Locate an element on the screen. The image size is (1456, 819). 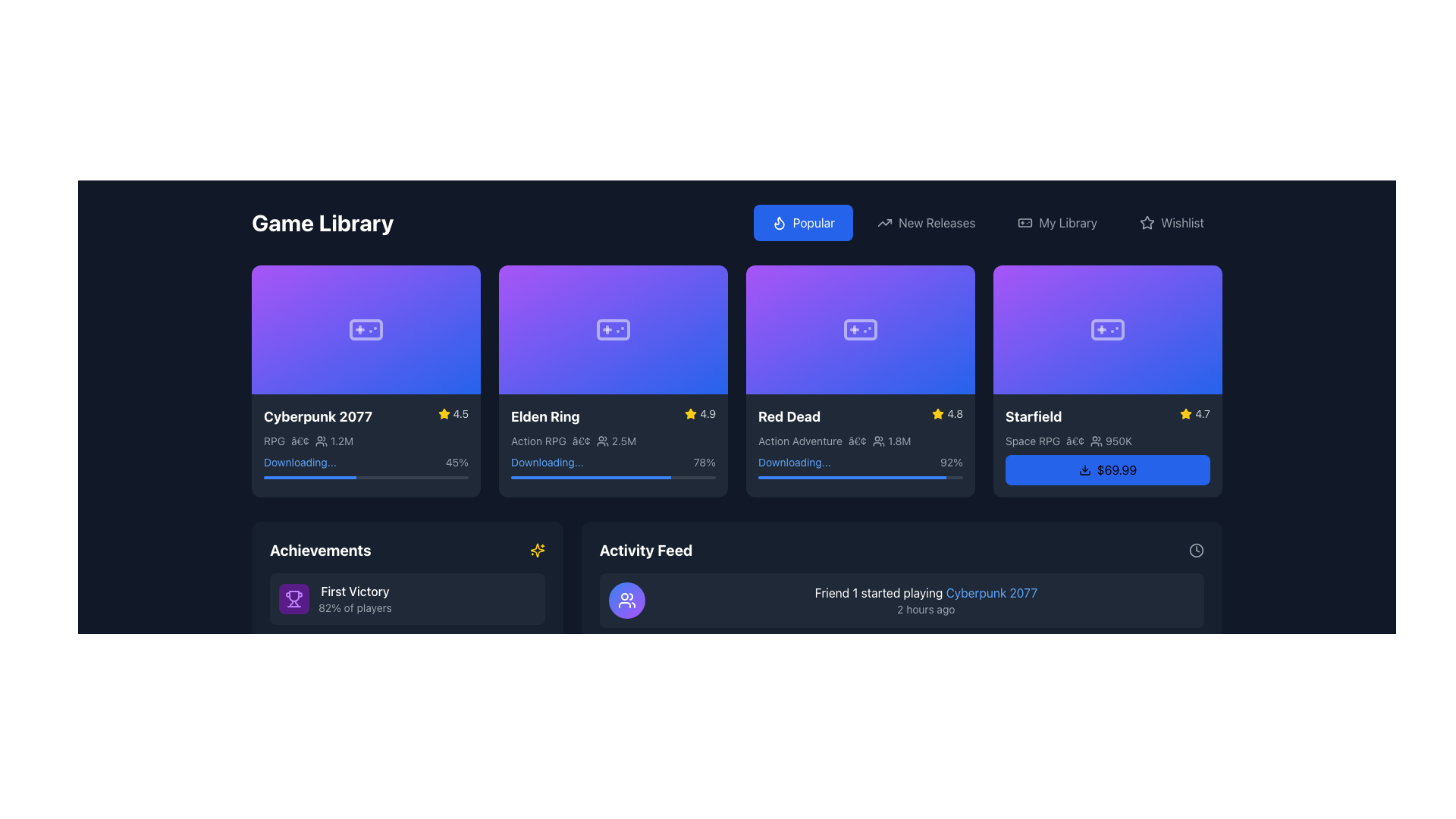
the star-shaped icon in the top-right navigation bar, which symbolizes favorite or starred items, located to the left of the 'Wishlist' text label is located at coordinates (1147, 222).